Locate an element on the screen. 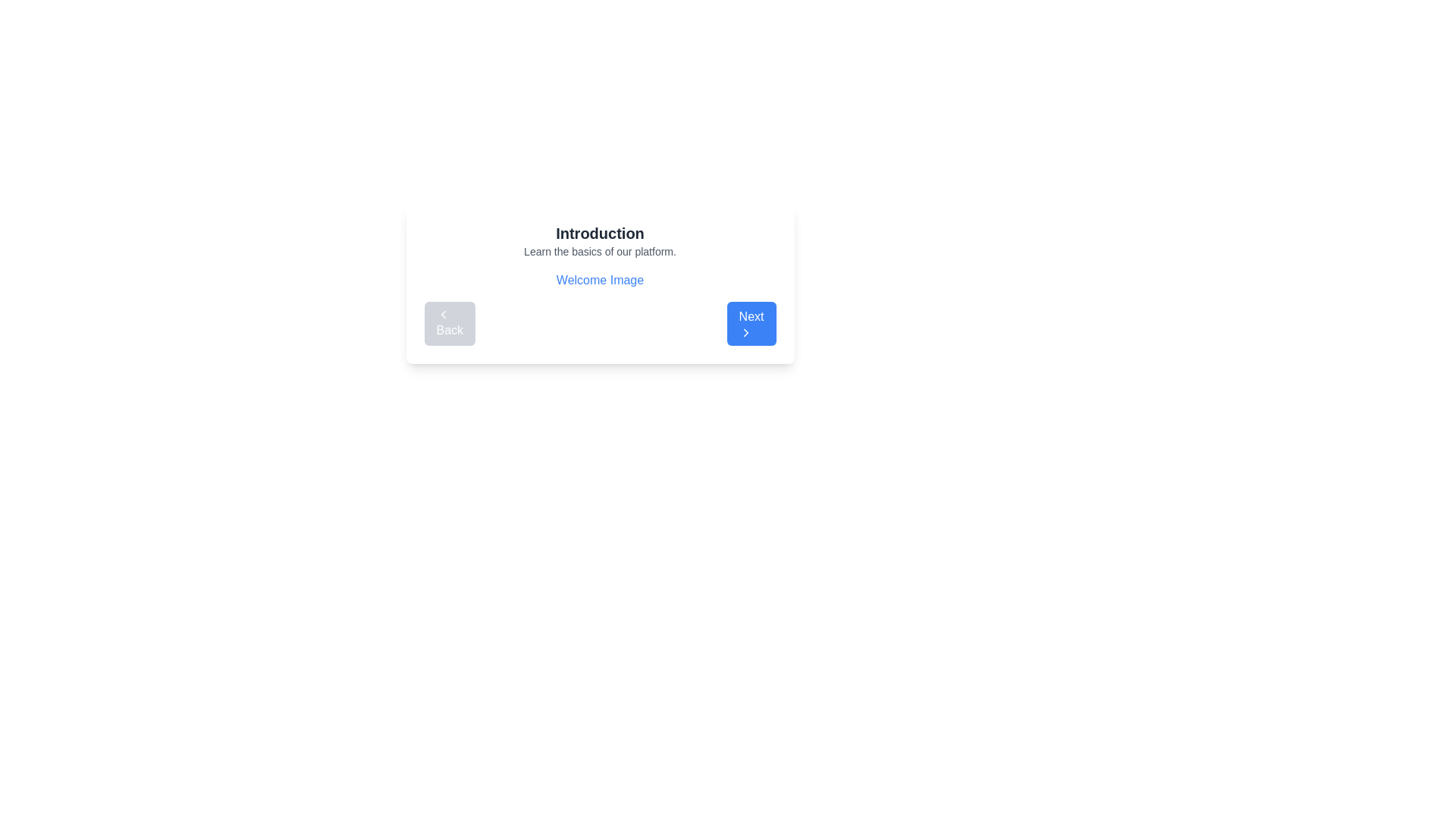 The width and height of the screenshot is (1456, 819). the rightward-facing chevron icon within the 'Next' button is located at coordinates (745, 332).